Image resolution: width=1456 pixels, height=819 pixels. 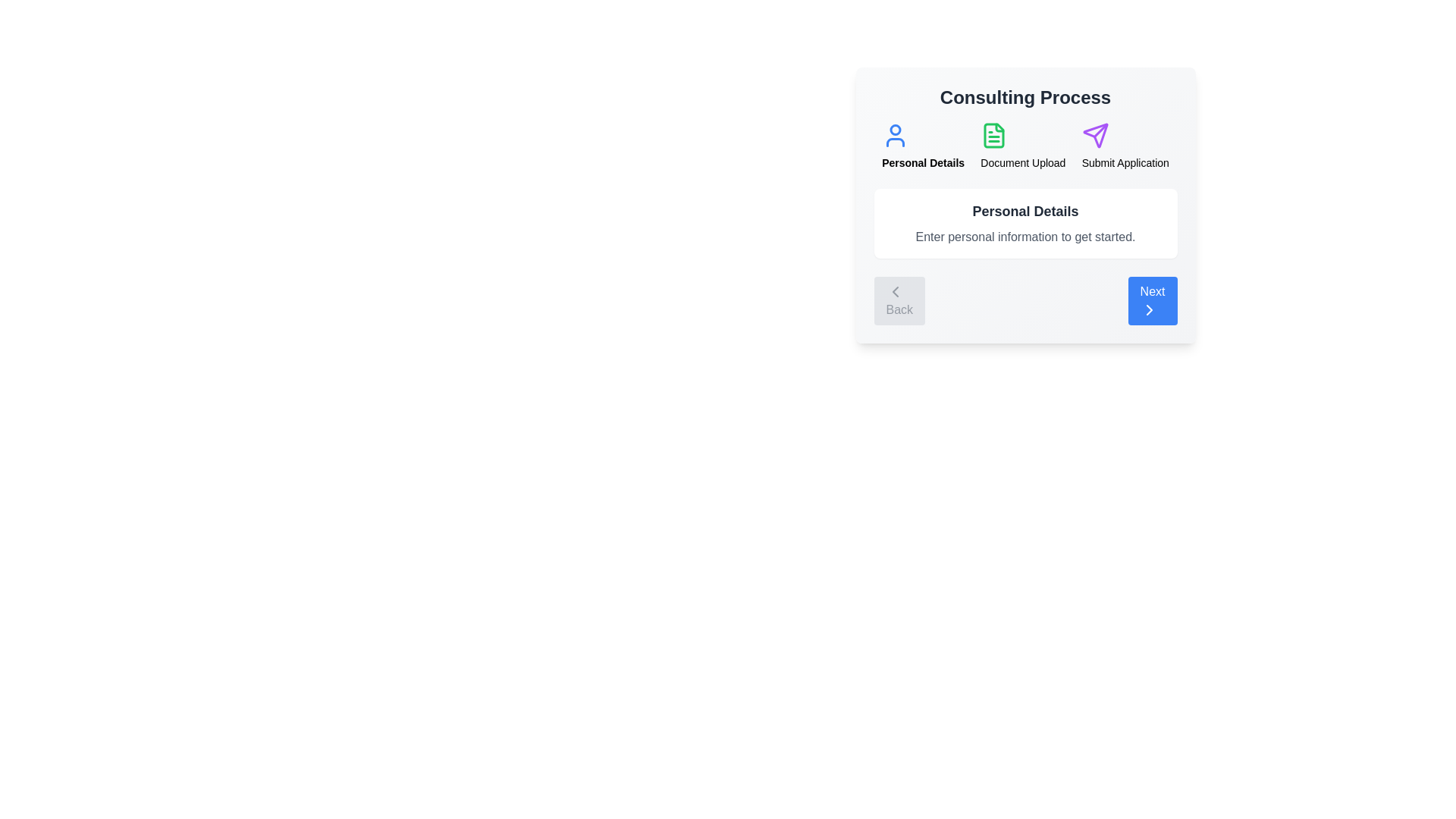 I want to click on the step Personal Details by clicking its icon, so click(x=896, y=134).